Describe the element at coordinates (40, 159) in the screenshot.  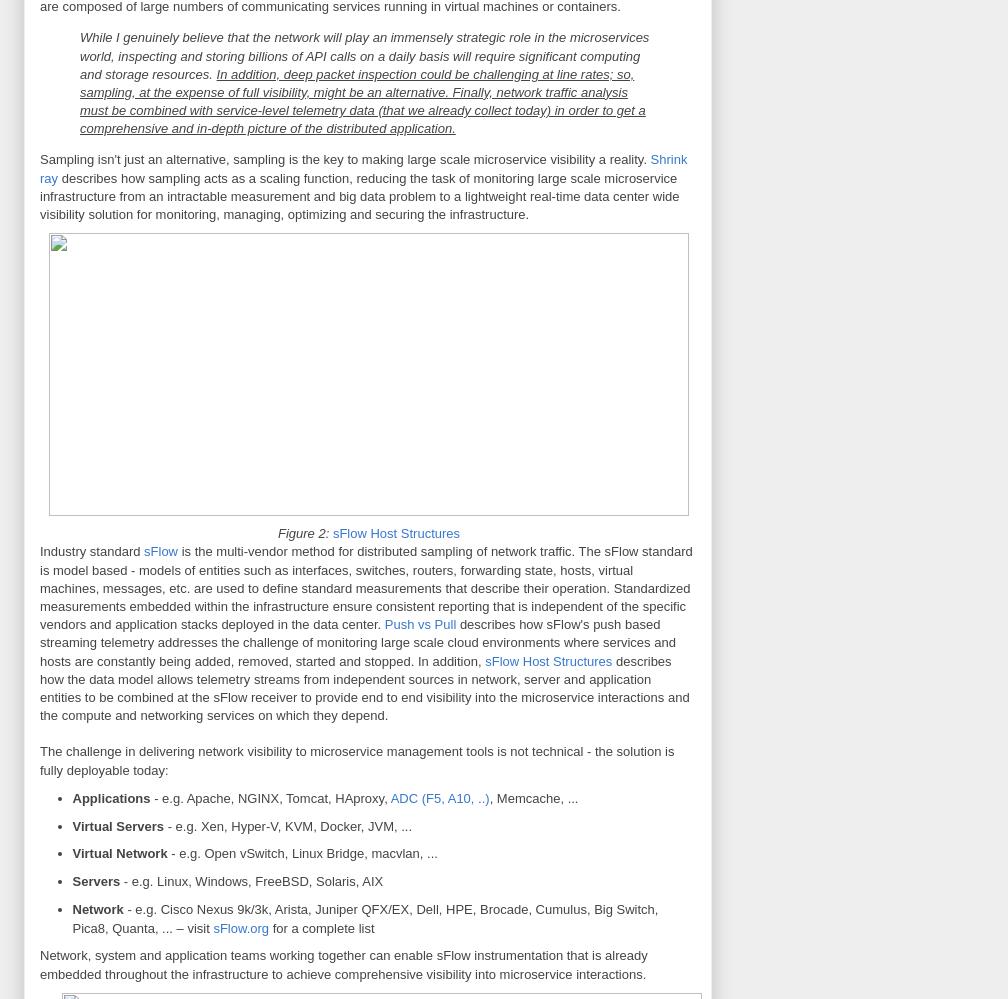
I see `'Sampling isn't just an alternative, sampling is the key to making large scale microservice visibility a reality.'` at that location.